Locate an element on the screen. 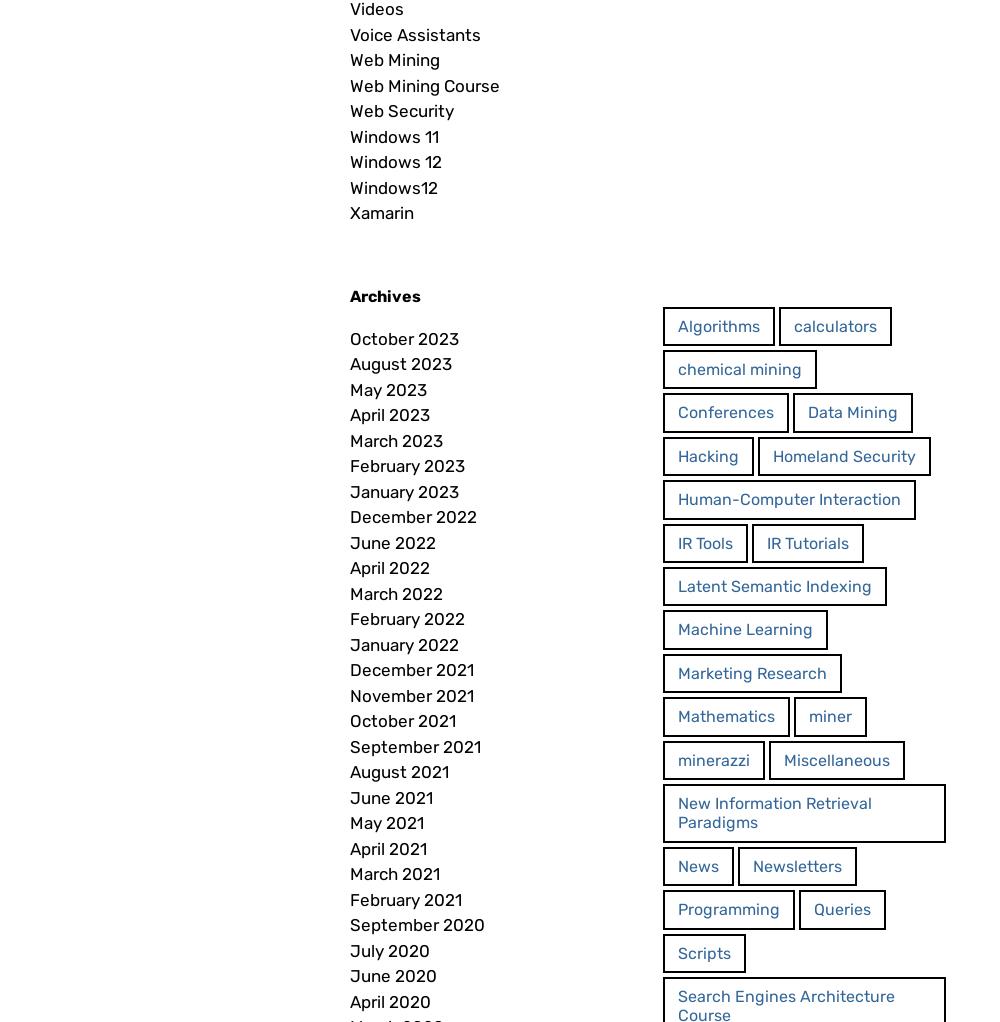 The width and height of the screenshot is (1000, 1022). 'New Information Retrieval Paradigms' is located at coordinates (774, 811).